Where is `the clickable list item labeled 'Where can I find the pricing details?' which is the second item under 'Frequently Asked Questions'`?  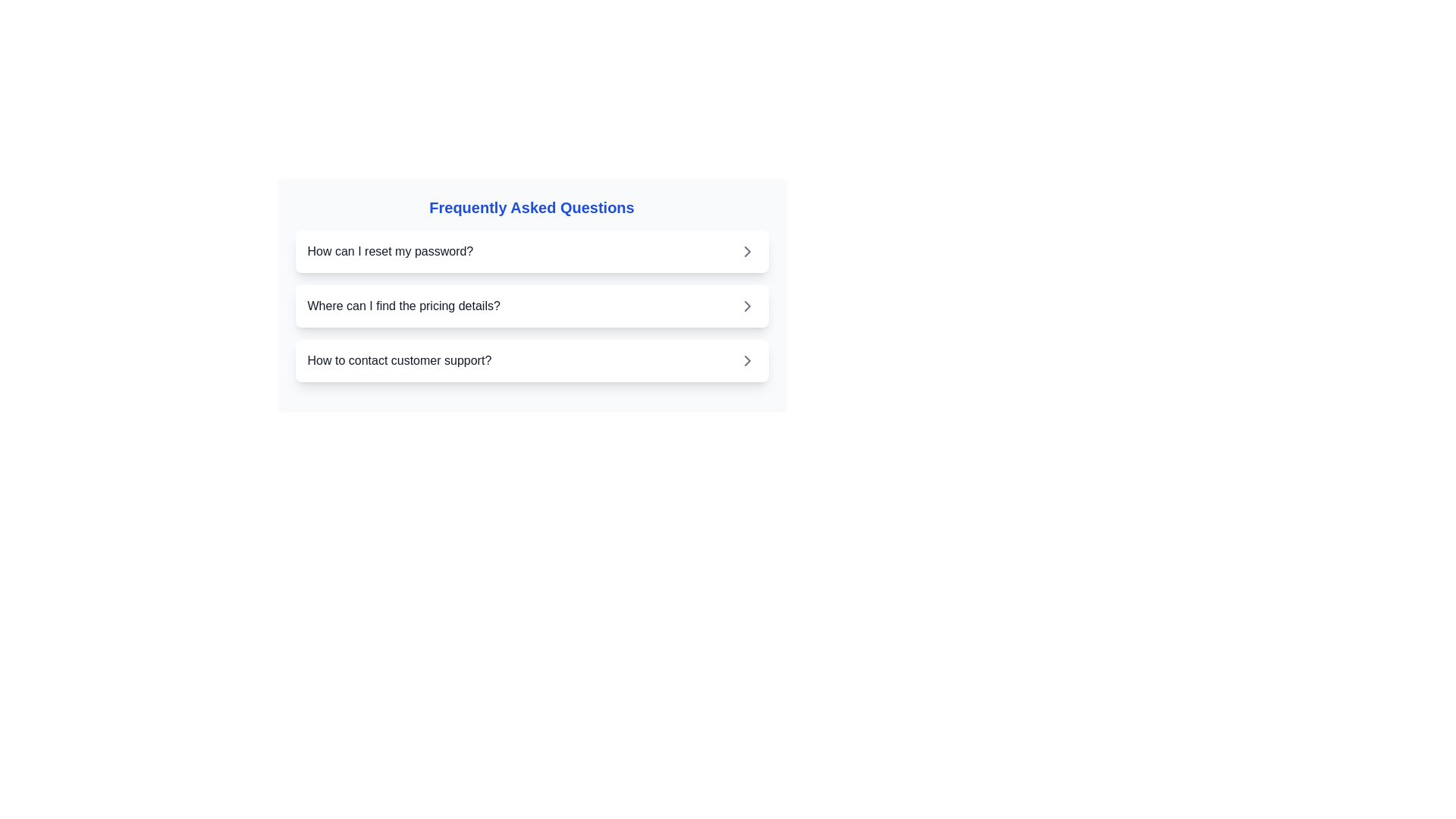 the clickable list item labeled 'Where can I find the pricing details?' which is the second item under 'Frequently Asked Questions' is located at coordinates (532, 306).